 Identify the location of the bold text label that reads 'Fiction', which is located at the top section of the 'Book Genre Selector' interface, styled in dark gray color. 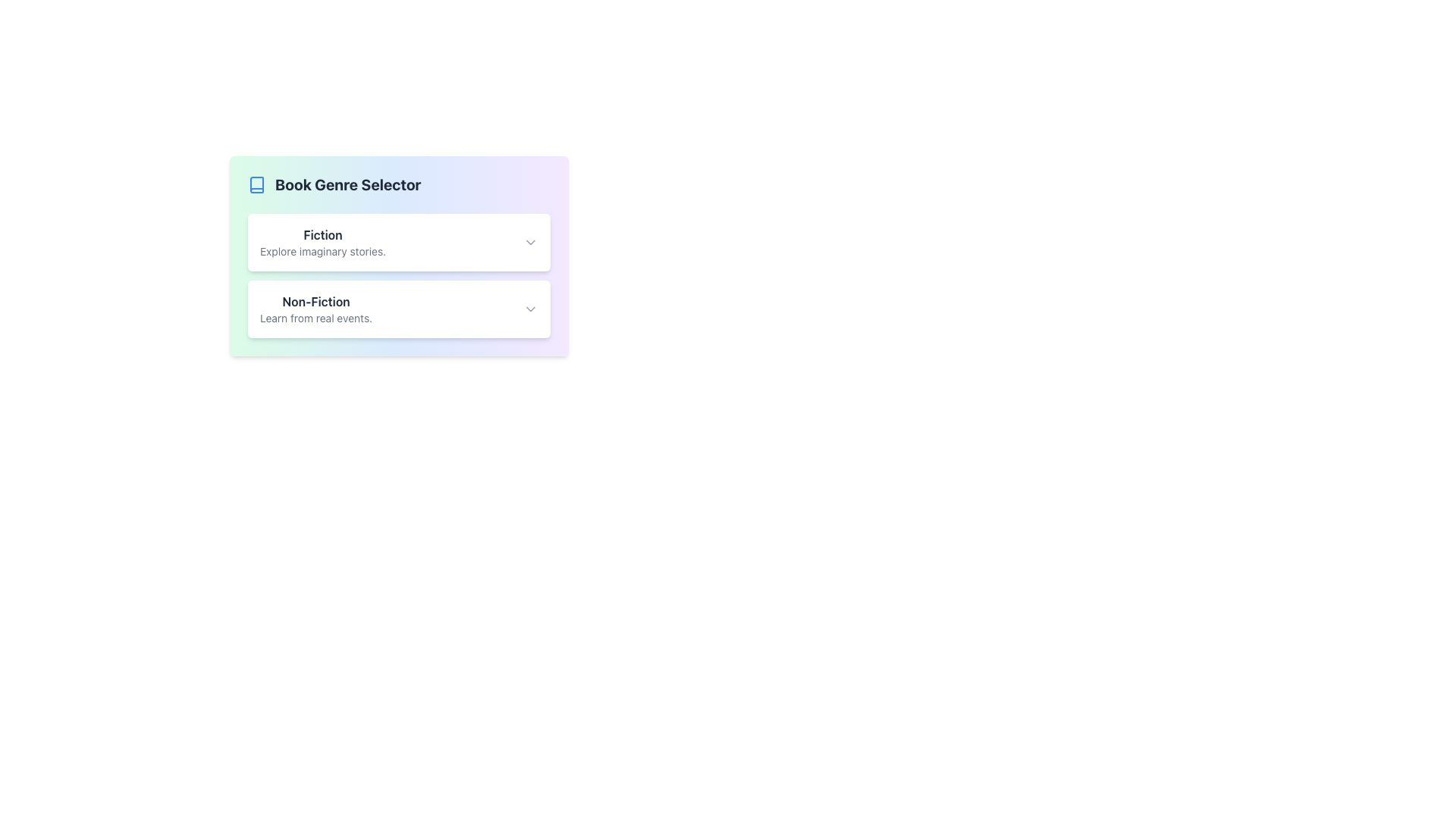
(322, 234).